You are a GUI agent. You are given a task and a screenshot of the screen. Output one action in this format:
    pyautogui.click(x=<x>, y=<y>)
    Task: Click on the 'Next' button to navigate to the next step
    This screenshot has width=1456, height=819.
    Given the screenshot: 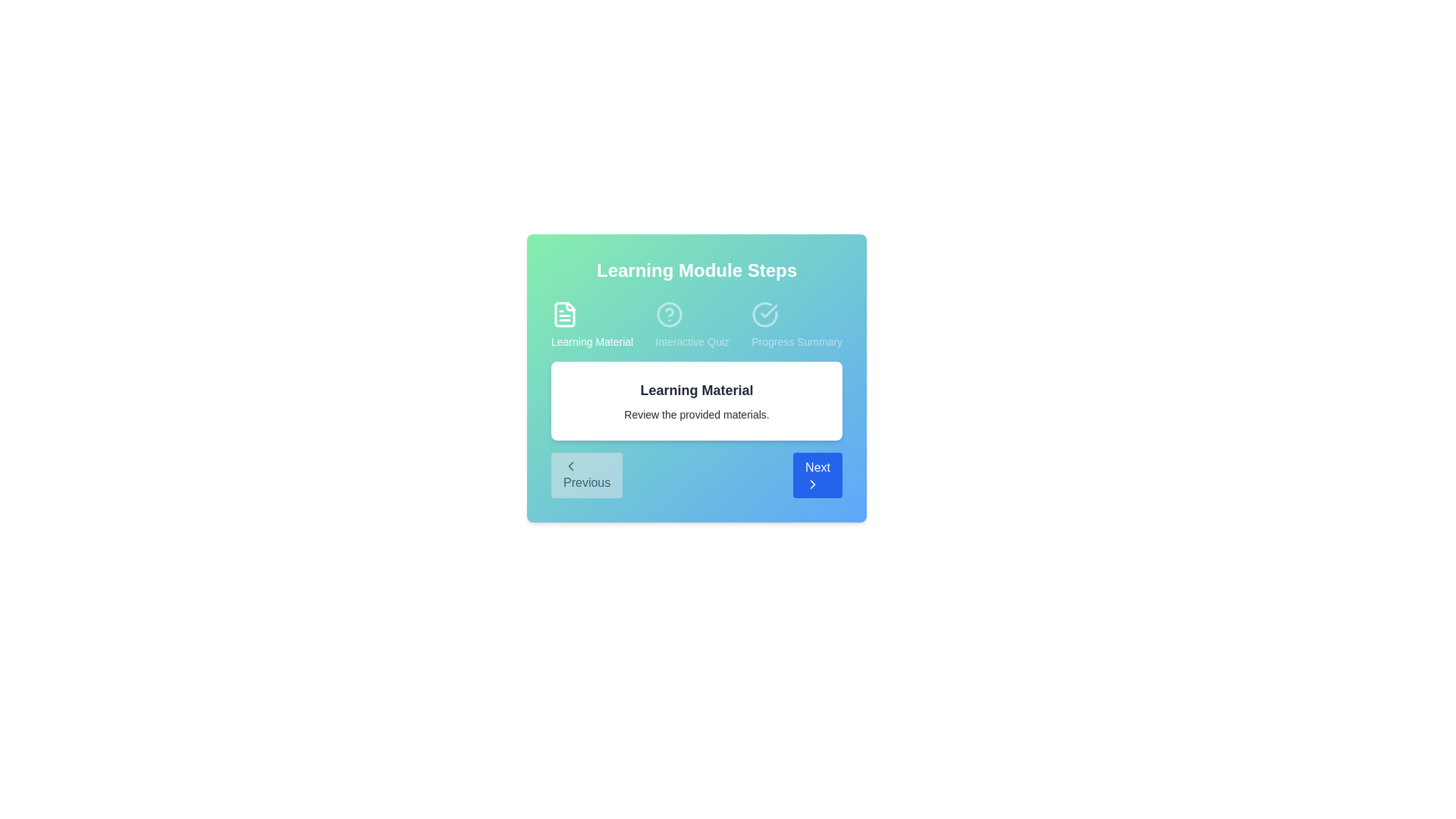 What is the action you would take?
    pyautogui.click(x=817, y=475)
    